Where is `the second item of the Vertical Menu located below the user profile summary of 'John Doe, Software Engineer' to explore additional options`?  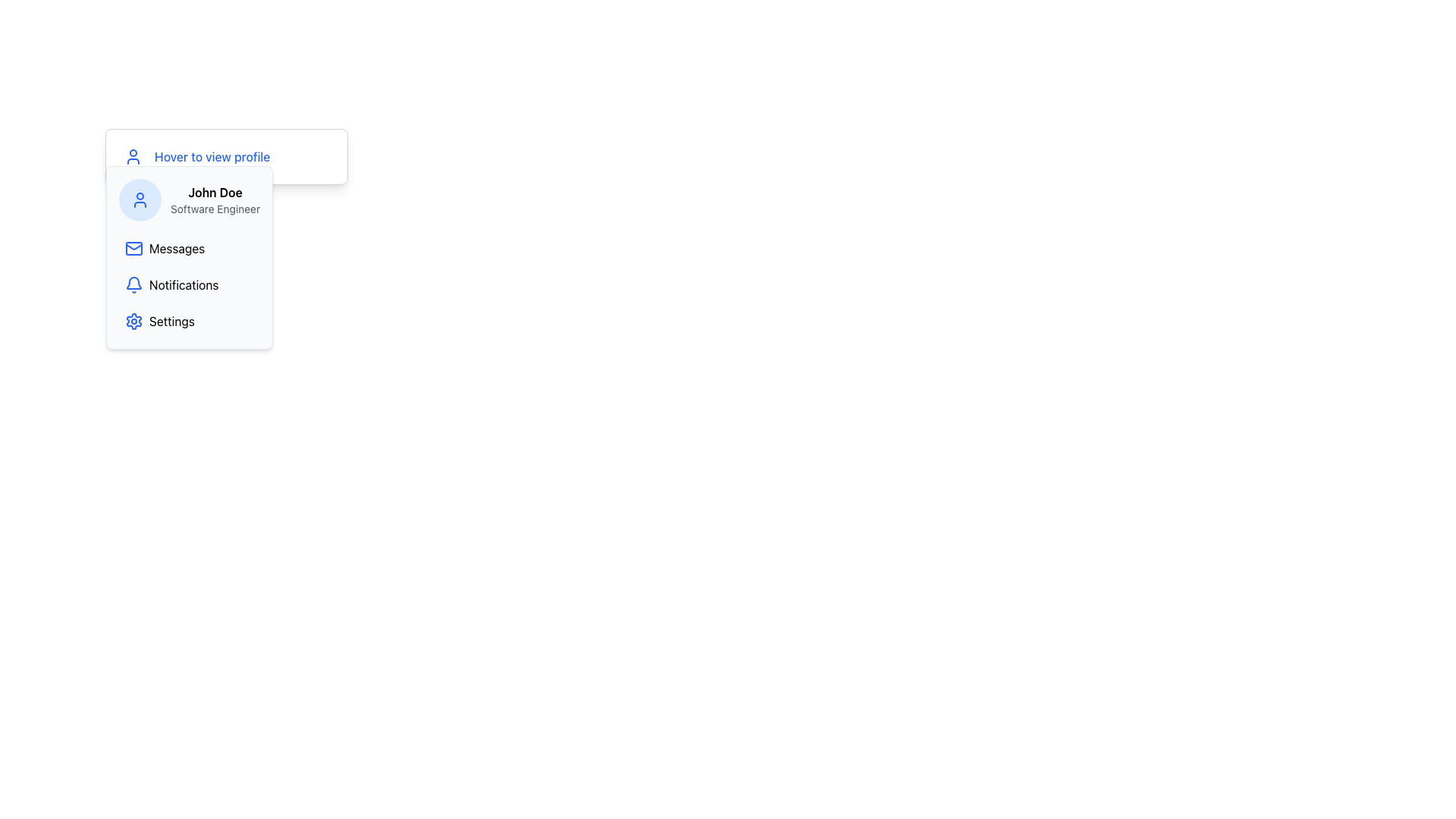 the second item of the Vertical Menu located below the user profile summary of 'John Doe, Software Engineer' to explore additional options is located at coordinates (188, 284).